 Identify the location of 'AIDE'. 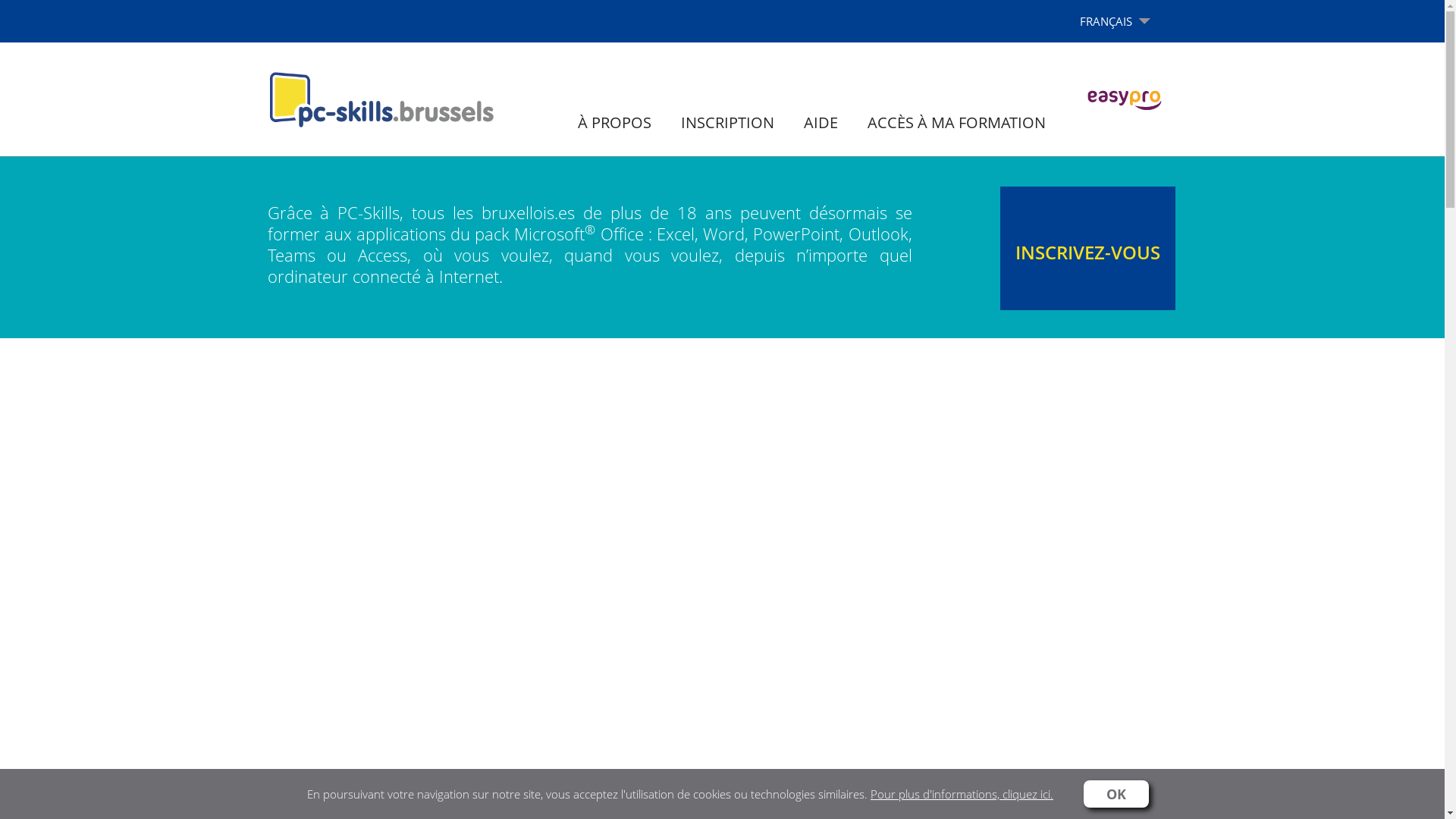
(819, 122).